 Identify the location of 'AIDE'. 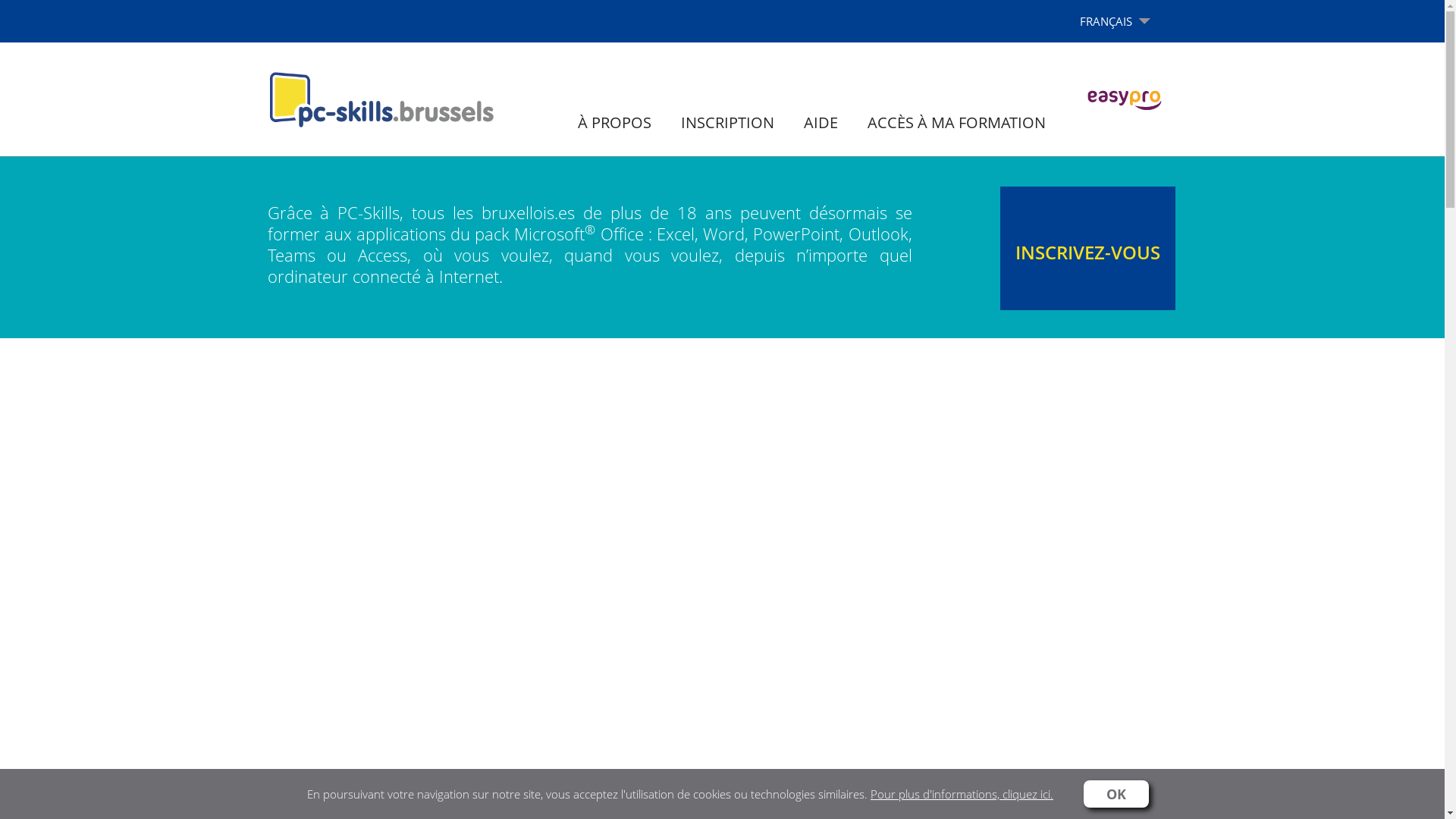
(819, 122).